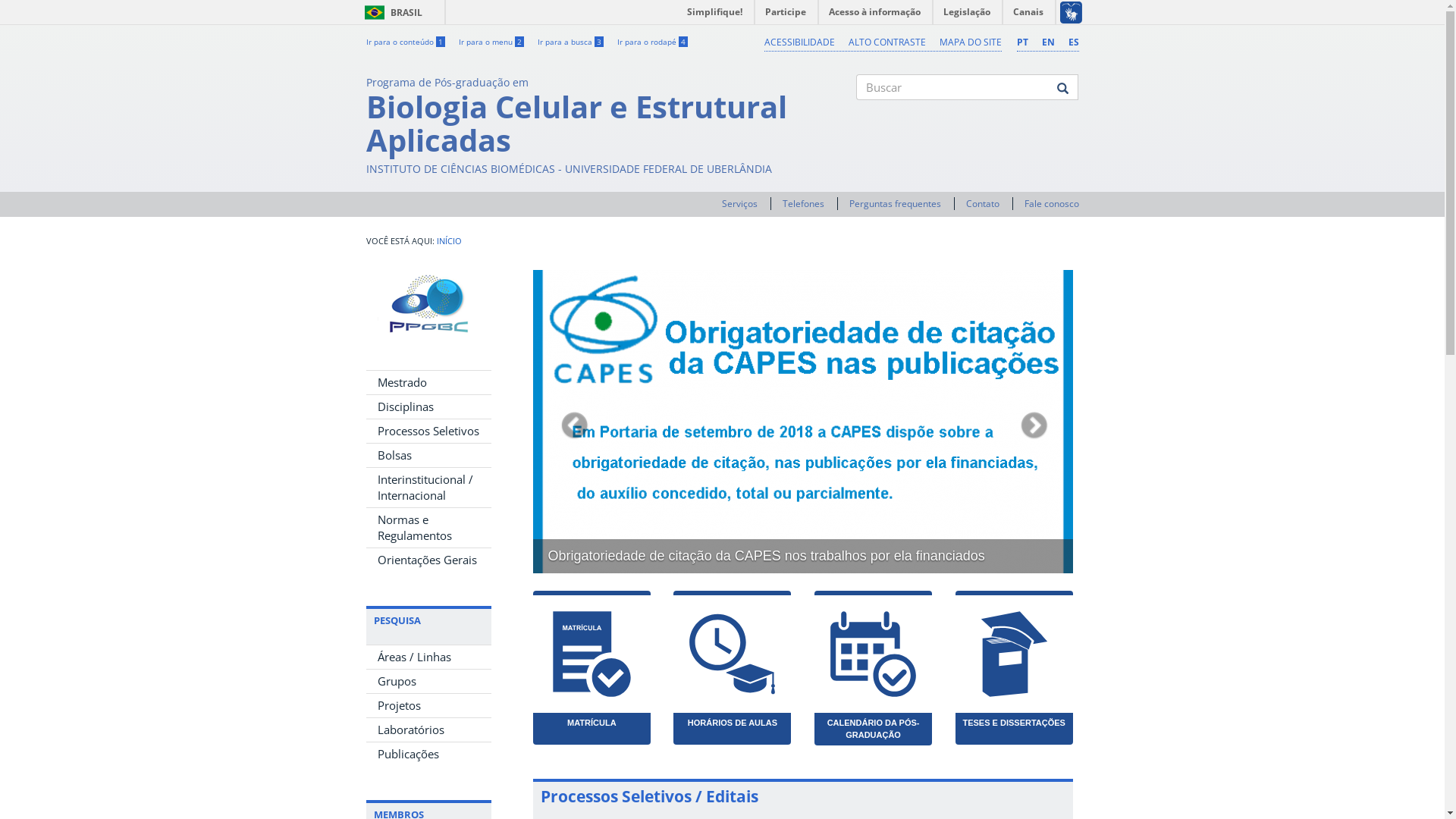  Describe the element at coordinates (427, 381) in the screenshot. I see `'Mestrado'` at that location.